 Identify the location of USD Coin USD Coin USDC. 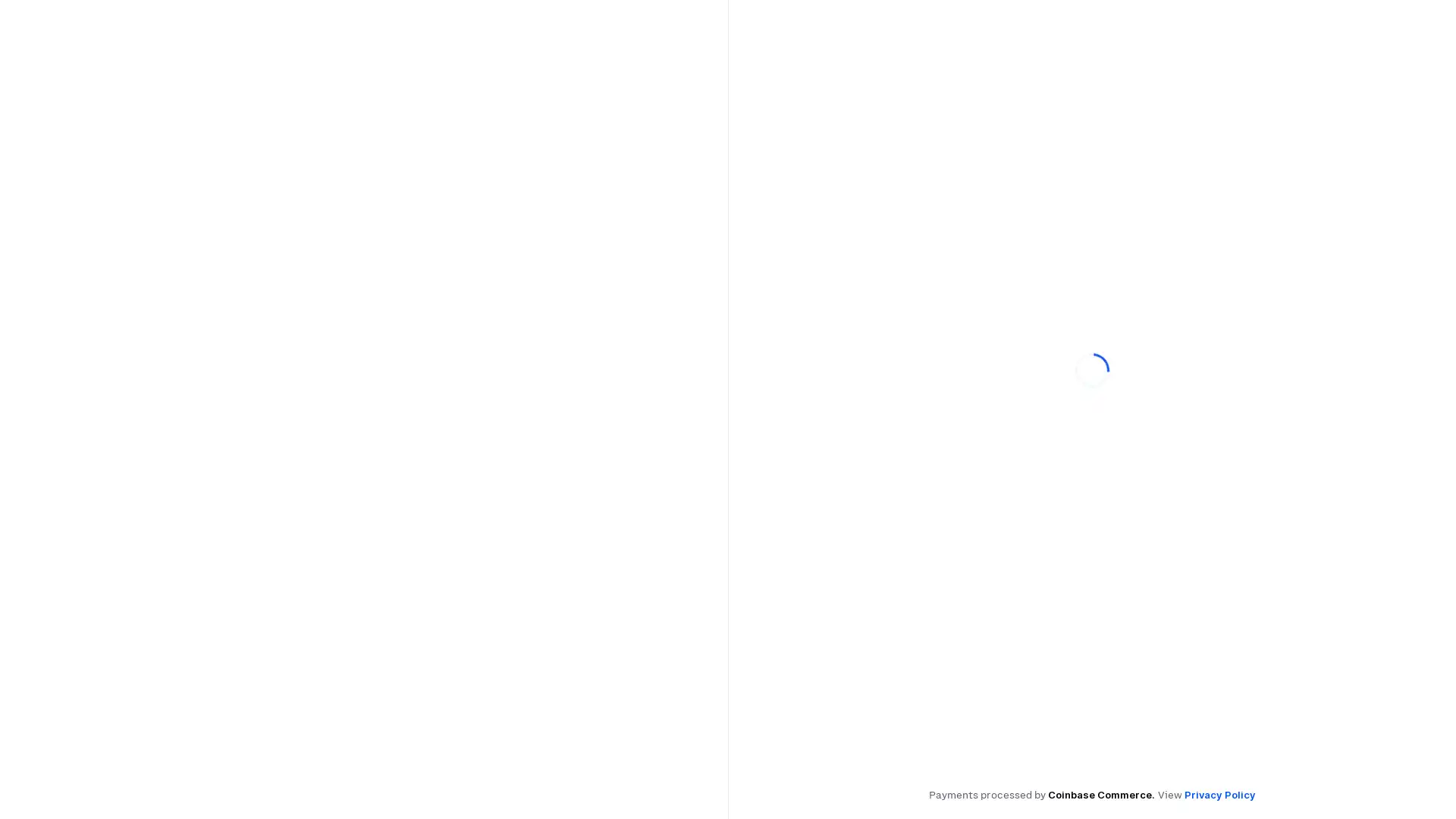
(1172, 366).